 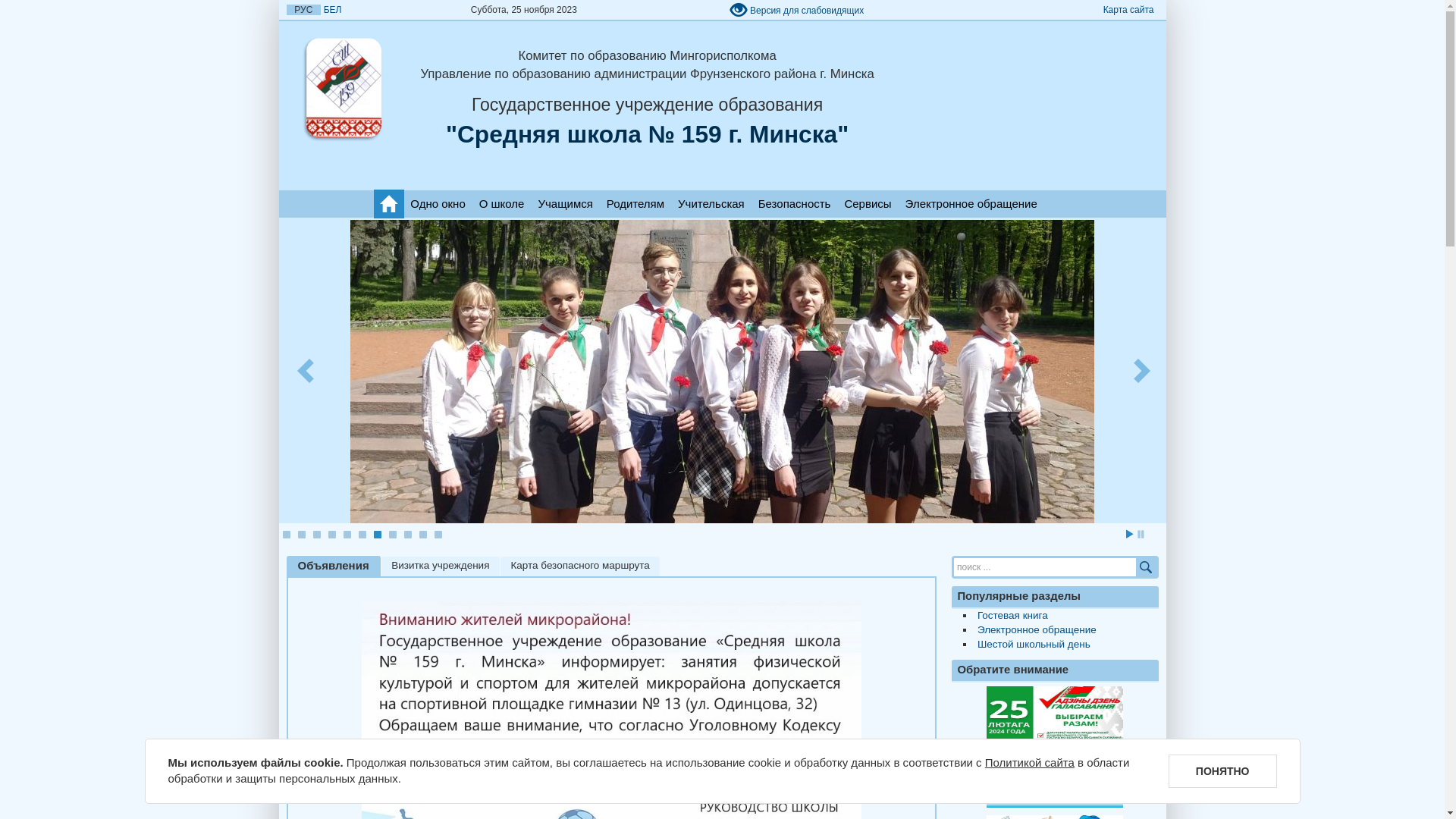 I want to click on '6', so click(x=360, y=534).